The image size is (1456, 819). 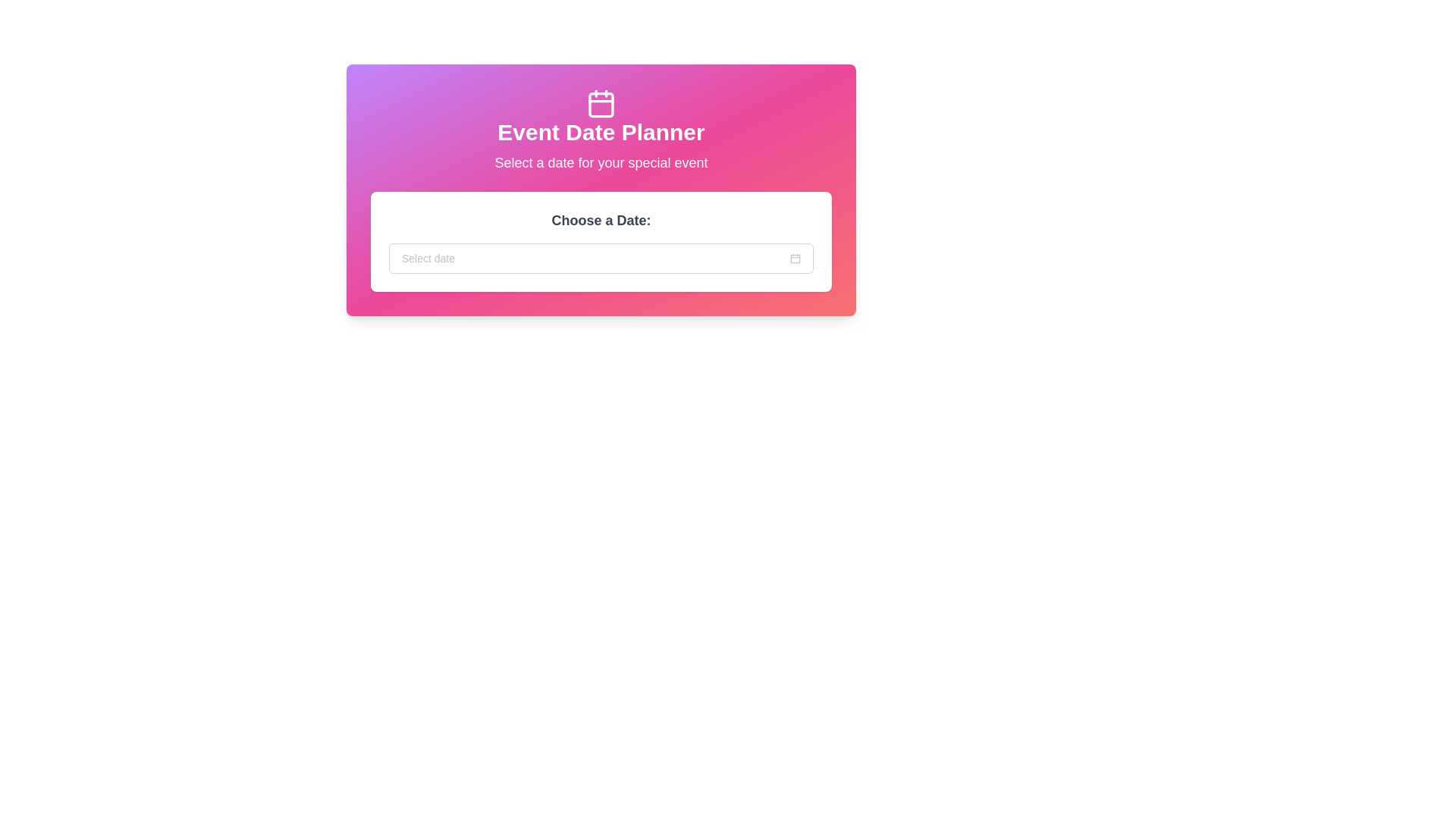 I want to click on the decorative calendar icon located at the top center of the 'Event Date Planner' card, positioned above the title text, so click(x=600, y=103).